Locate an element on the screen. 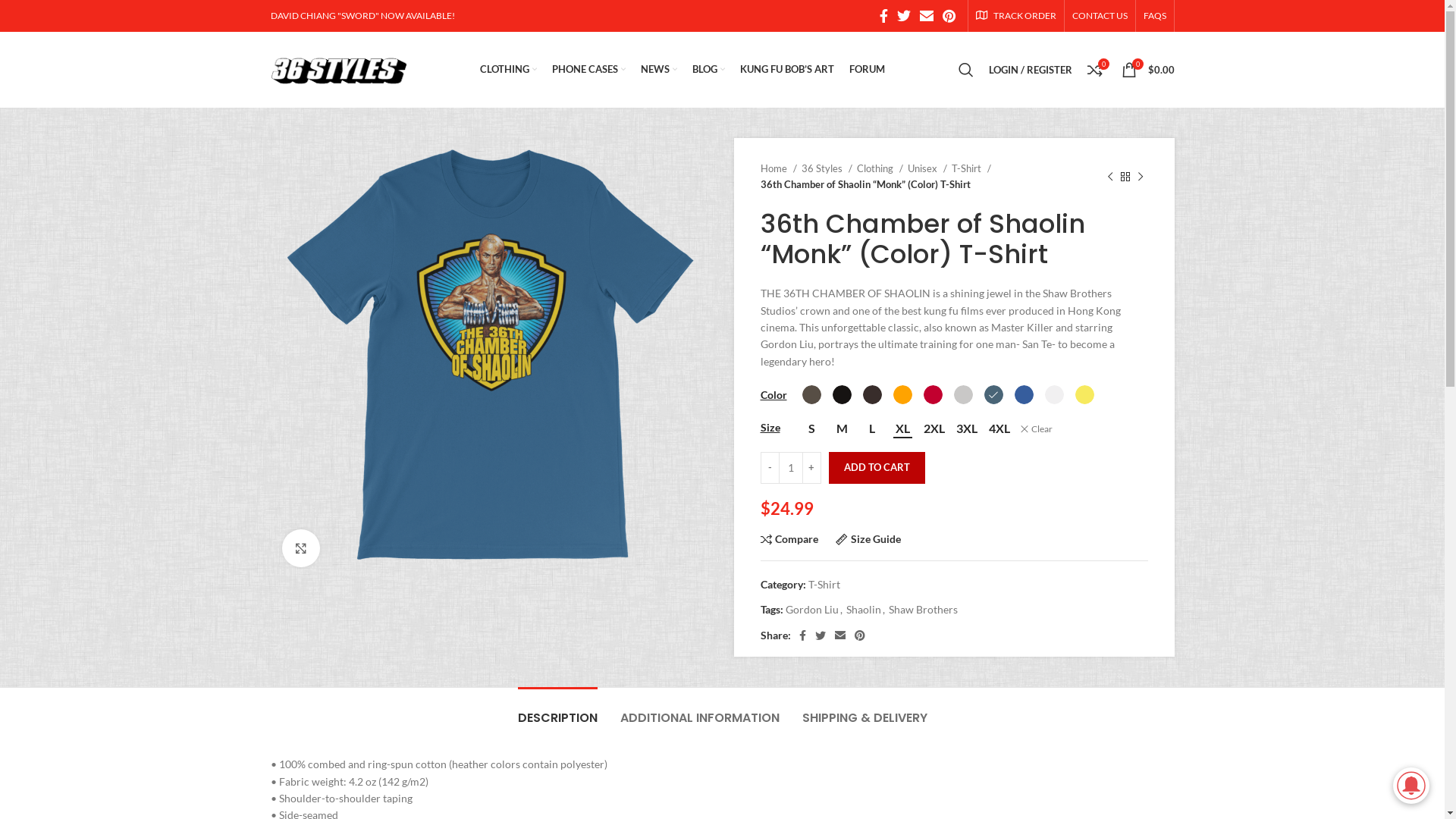 Image resolution: width=1456 pixels, height=819 pixels. 'Shaolin' is located at coordinates (846, 608).